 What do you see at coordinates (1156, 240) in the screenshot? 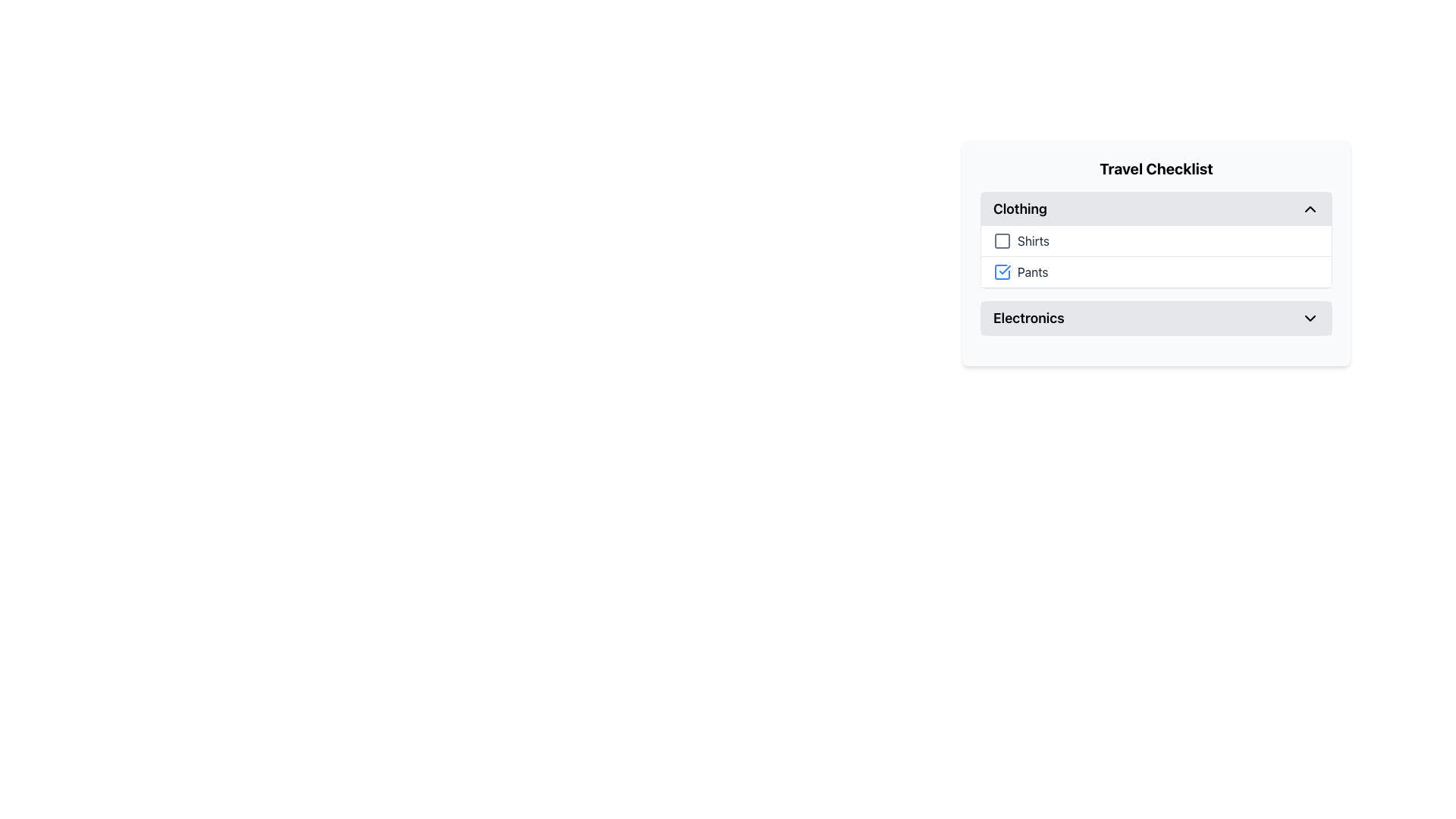
I see `the first selectable list item labeled 'Shirts' in the checklist interface` at bounding box center [1156, 240].